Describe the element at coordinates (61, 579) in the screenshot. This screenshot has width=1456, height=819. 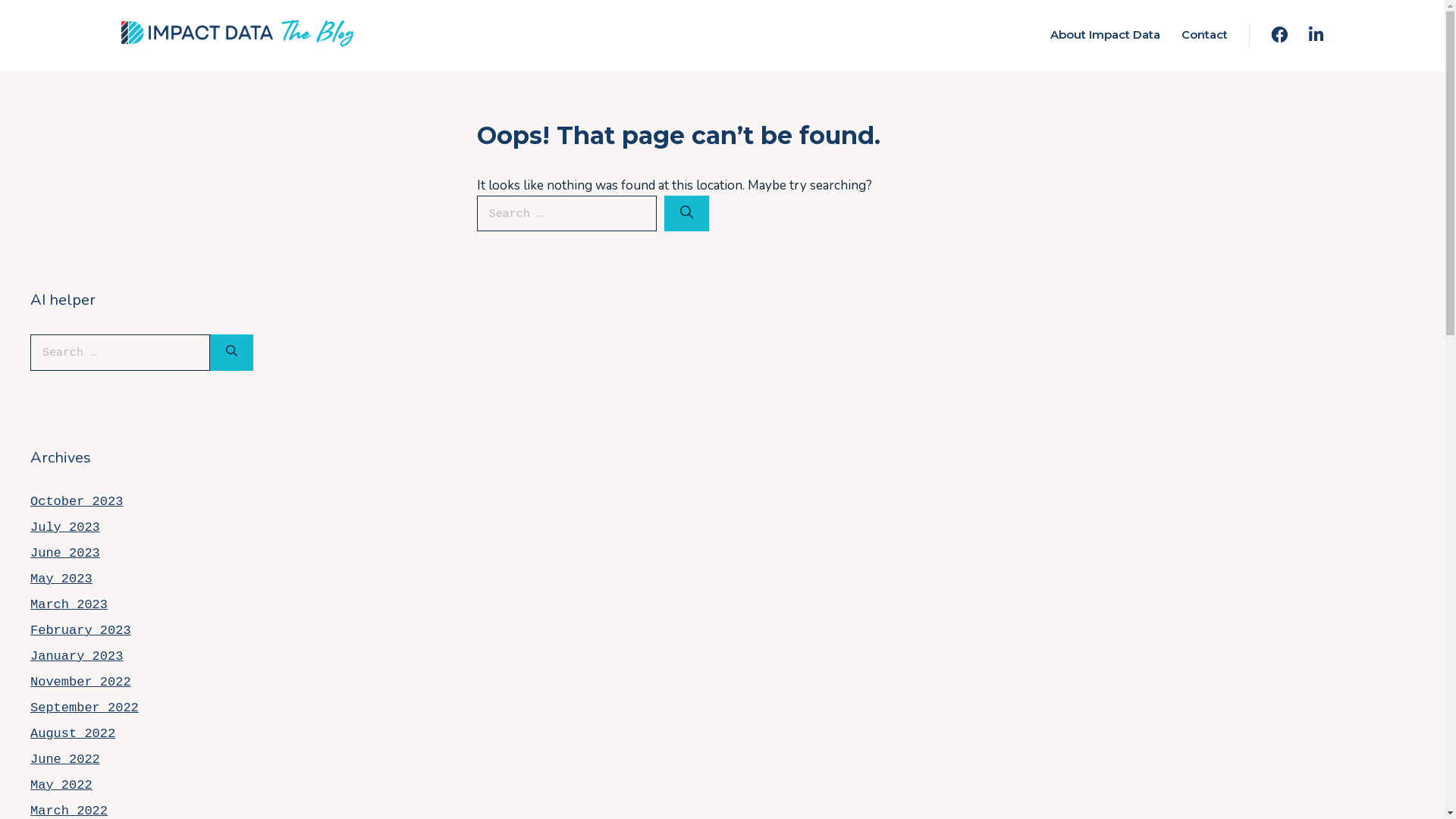
I see `'May 2023'` at that location.